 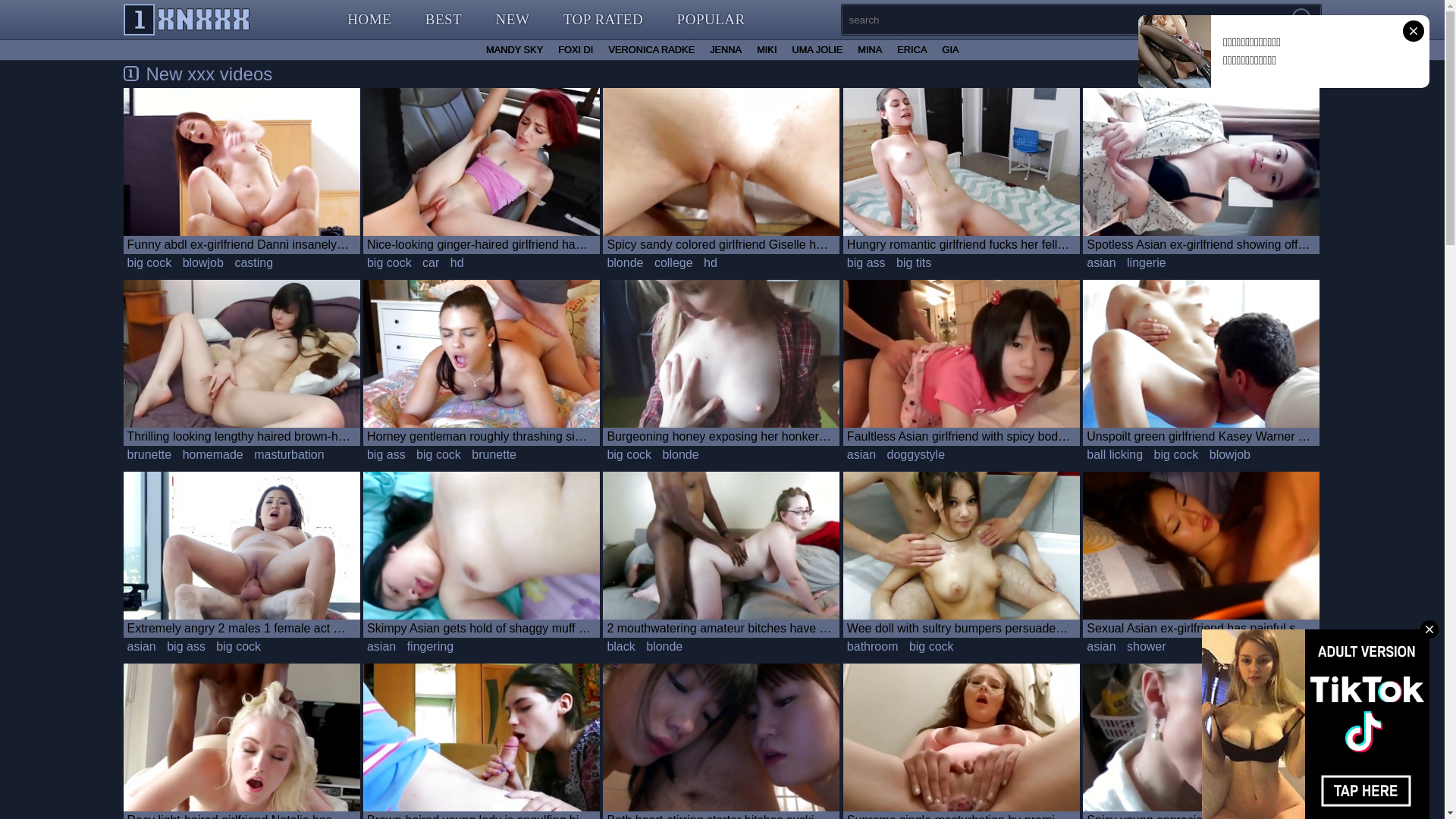 I want to click on 'ball licking', so click(x=1114, y=454).